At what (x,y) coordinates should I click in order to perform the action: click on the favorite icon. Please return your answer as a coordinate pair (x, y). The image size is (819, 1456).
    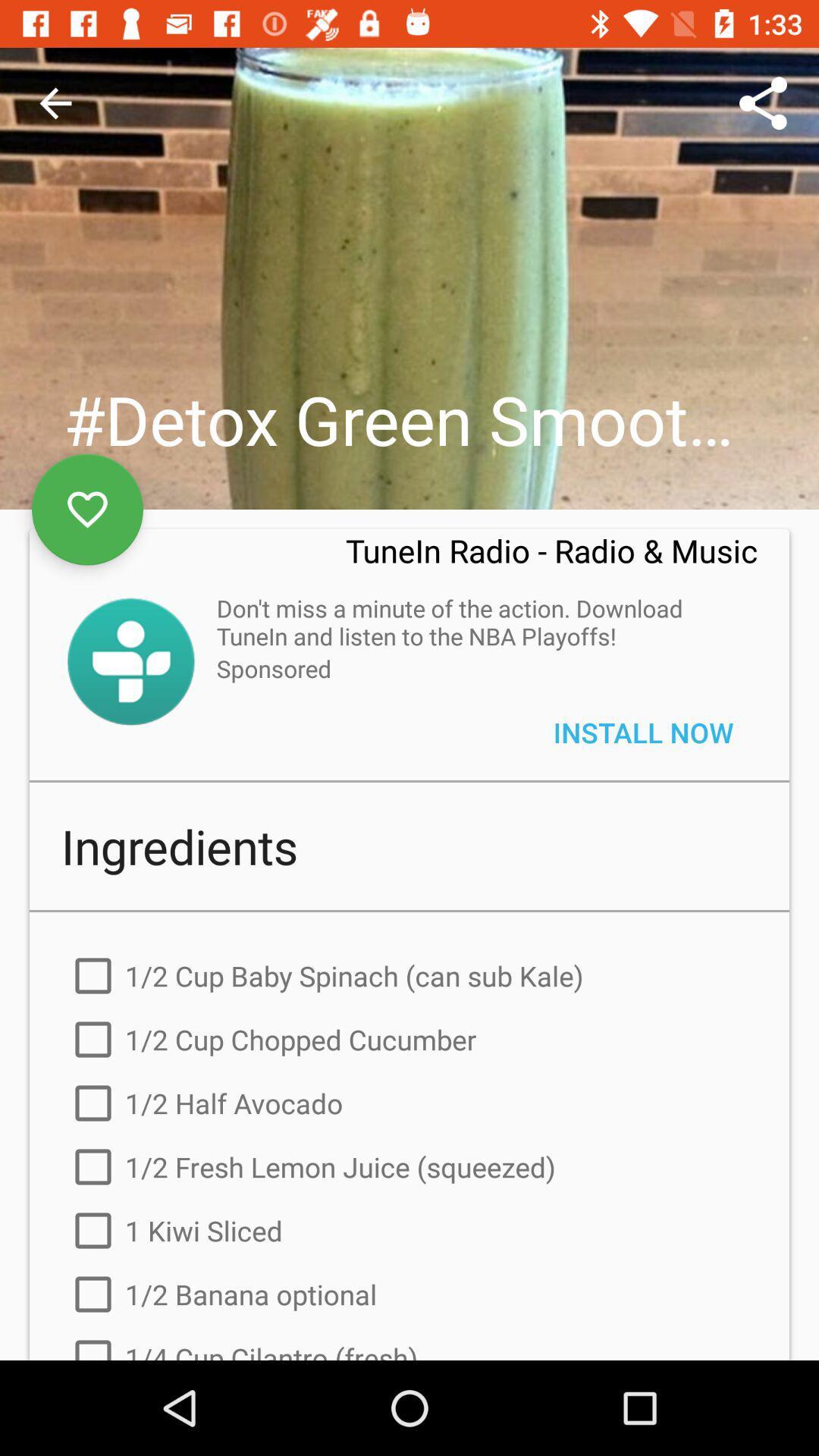
    Looking at the image, I should click on (87, 510).